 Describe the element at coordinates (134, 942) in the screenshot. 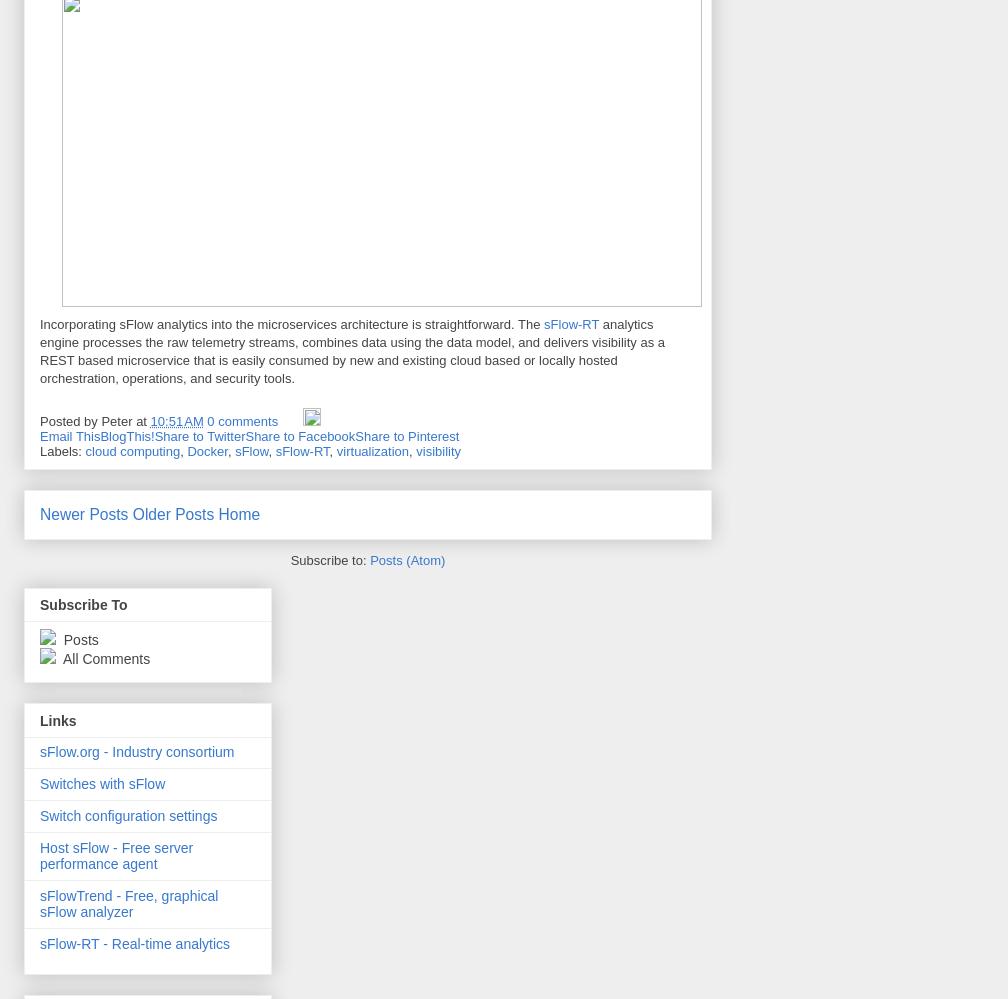

I see `'sFlow-RT - Real-time analytics'` at that location.